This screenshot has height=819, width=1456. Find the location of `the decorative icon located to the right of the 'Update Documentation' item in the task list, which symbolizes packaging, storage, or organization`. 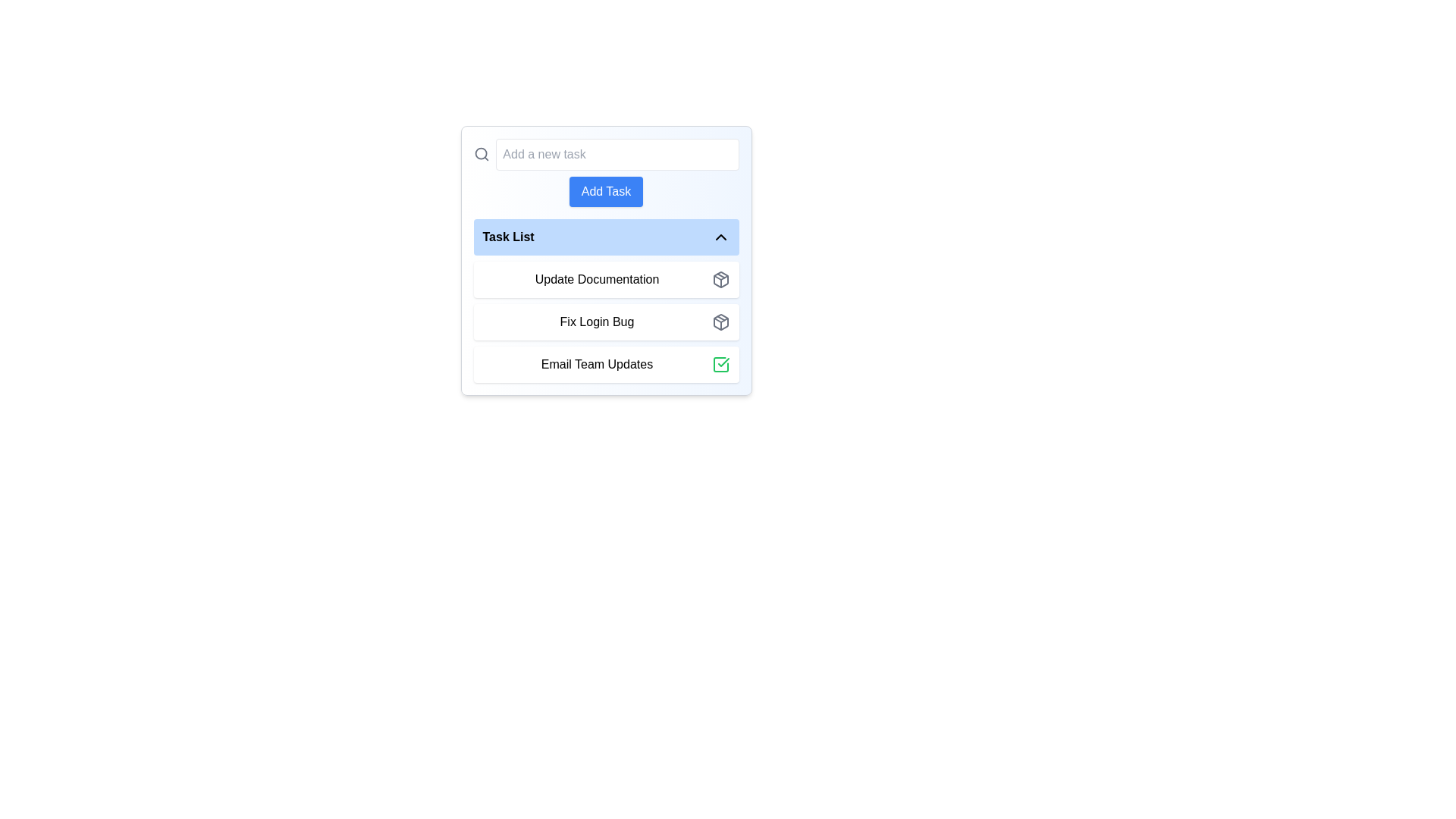

the decorative icon located to the right of the 'Update Documentation' item in the task list, which symbolizes packaging, storage, or organization is located at coordinates (720, 321).